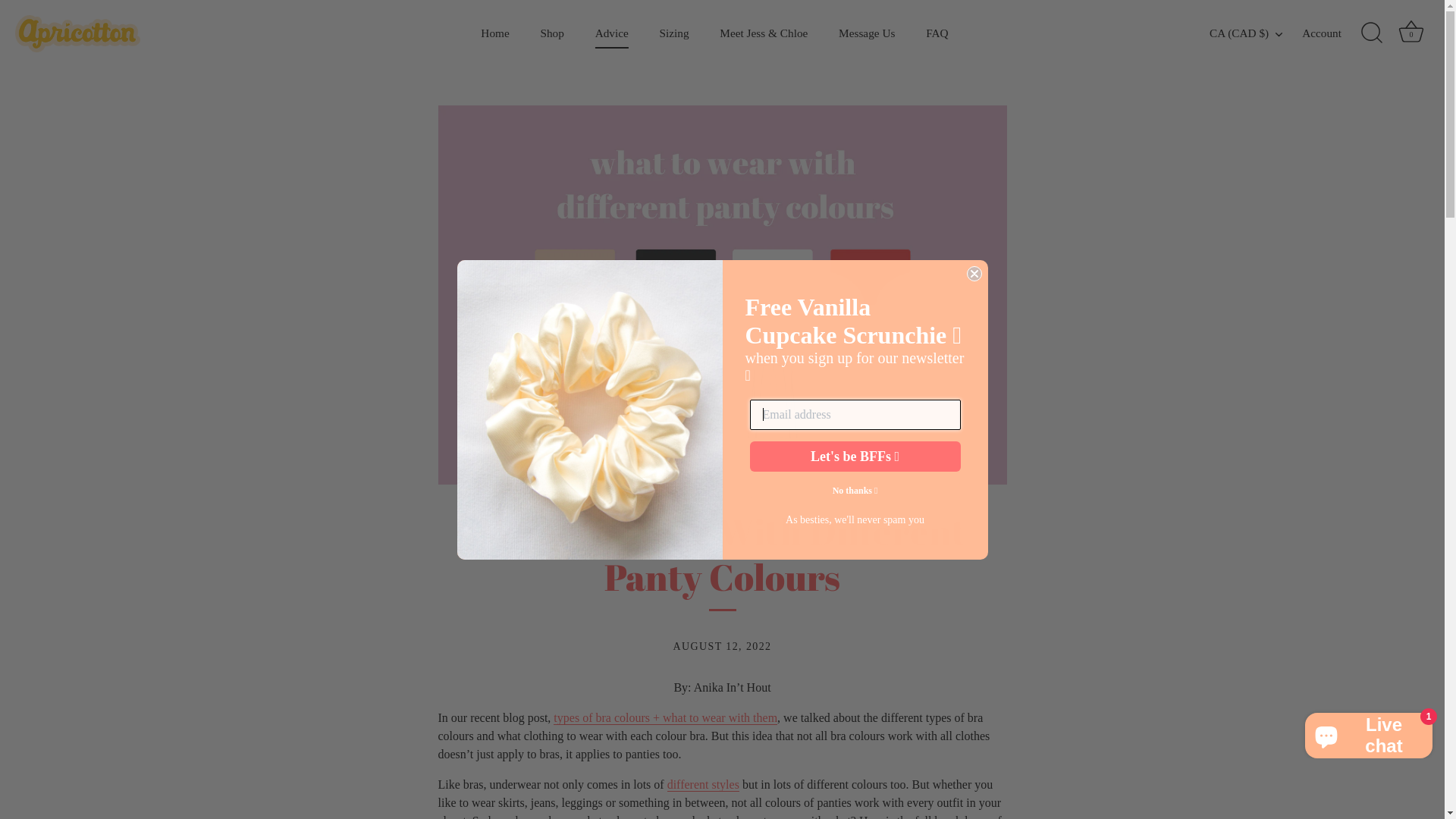  I want to click on 'FAQ', so click(912, 33).